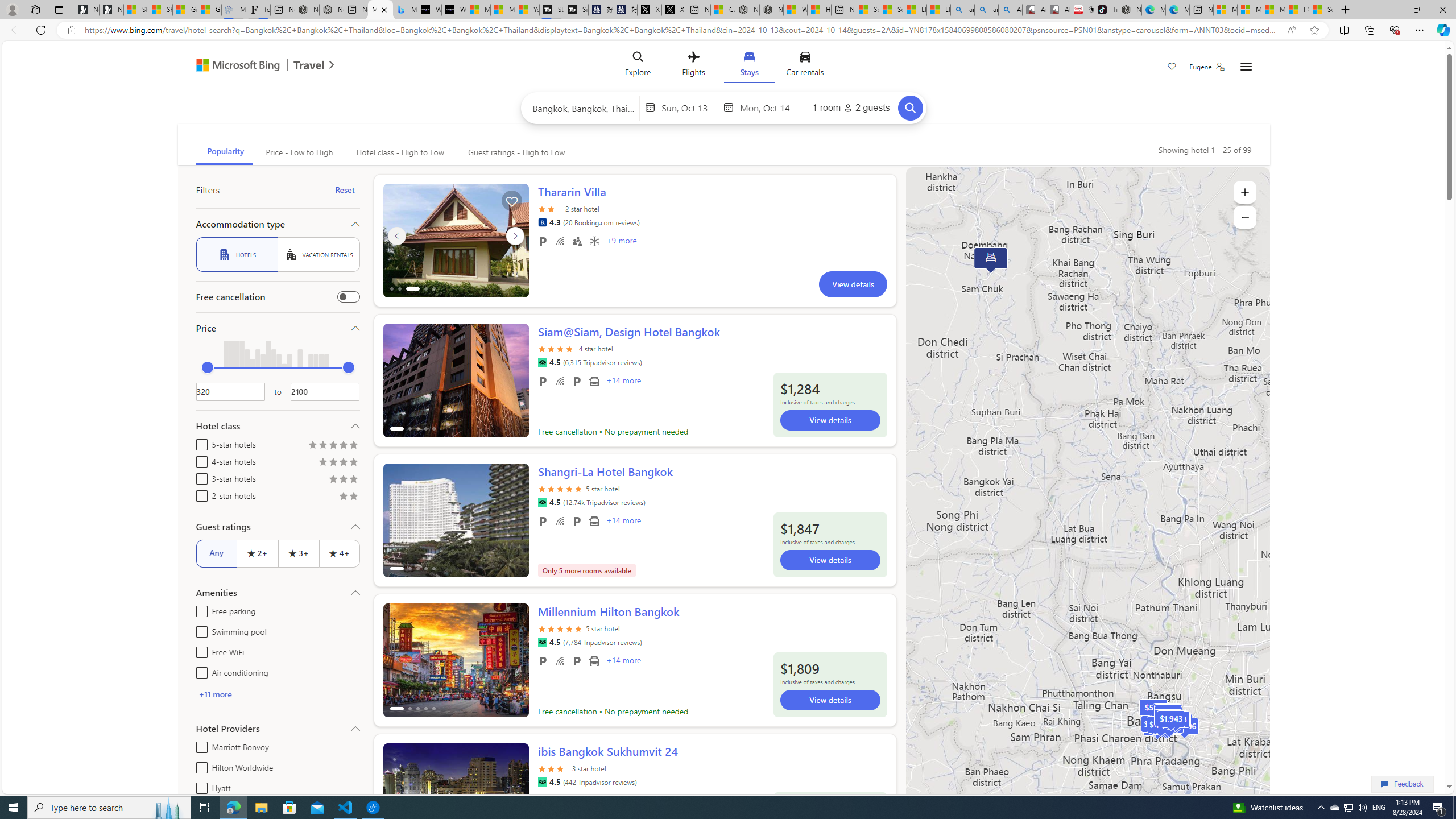  What do you see at coordinates (318, 254) in the screenshot?
I see `'VACATION RENTALS'` at bounding box center [318, 254].